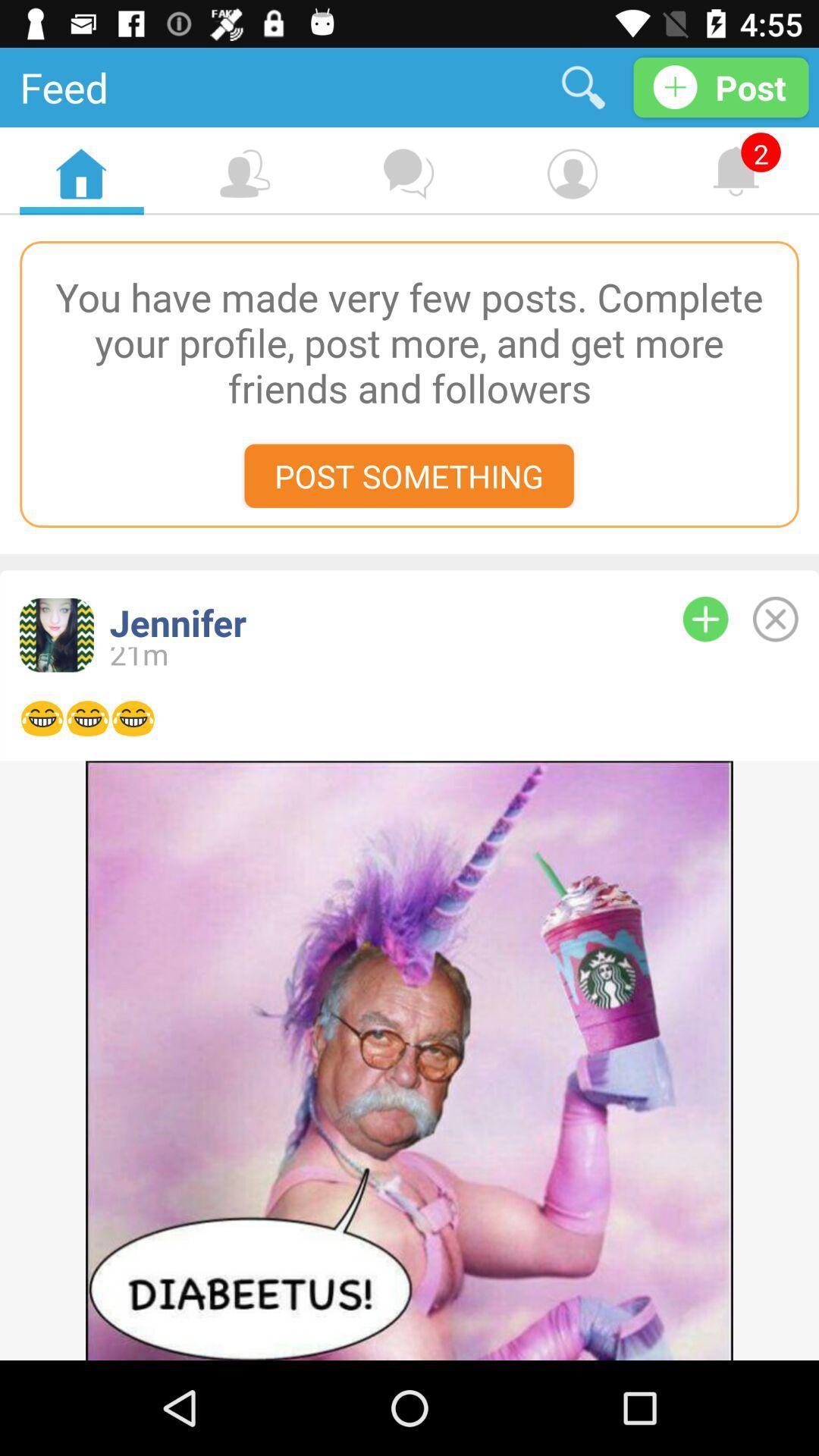 The image size is (819, 1456). I want to click on the item below the you have made, so click(408, 475).